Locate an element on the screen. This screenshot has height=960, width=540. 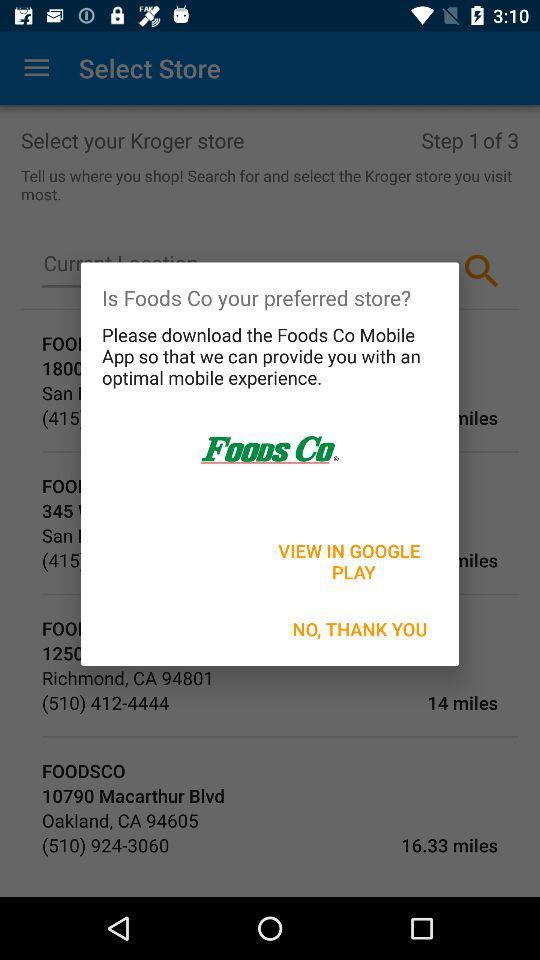
view in google item is located at coordinates (350, 561).